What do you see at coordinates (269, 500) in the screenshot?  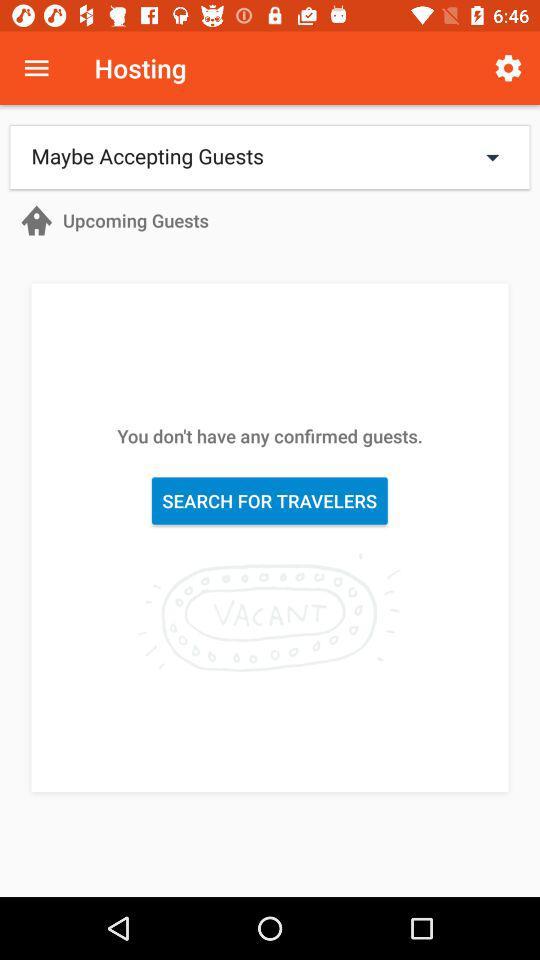 I see `the search for travelers icon` at bounding box center [269, 500].